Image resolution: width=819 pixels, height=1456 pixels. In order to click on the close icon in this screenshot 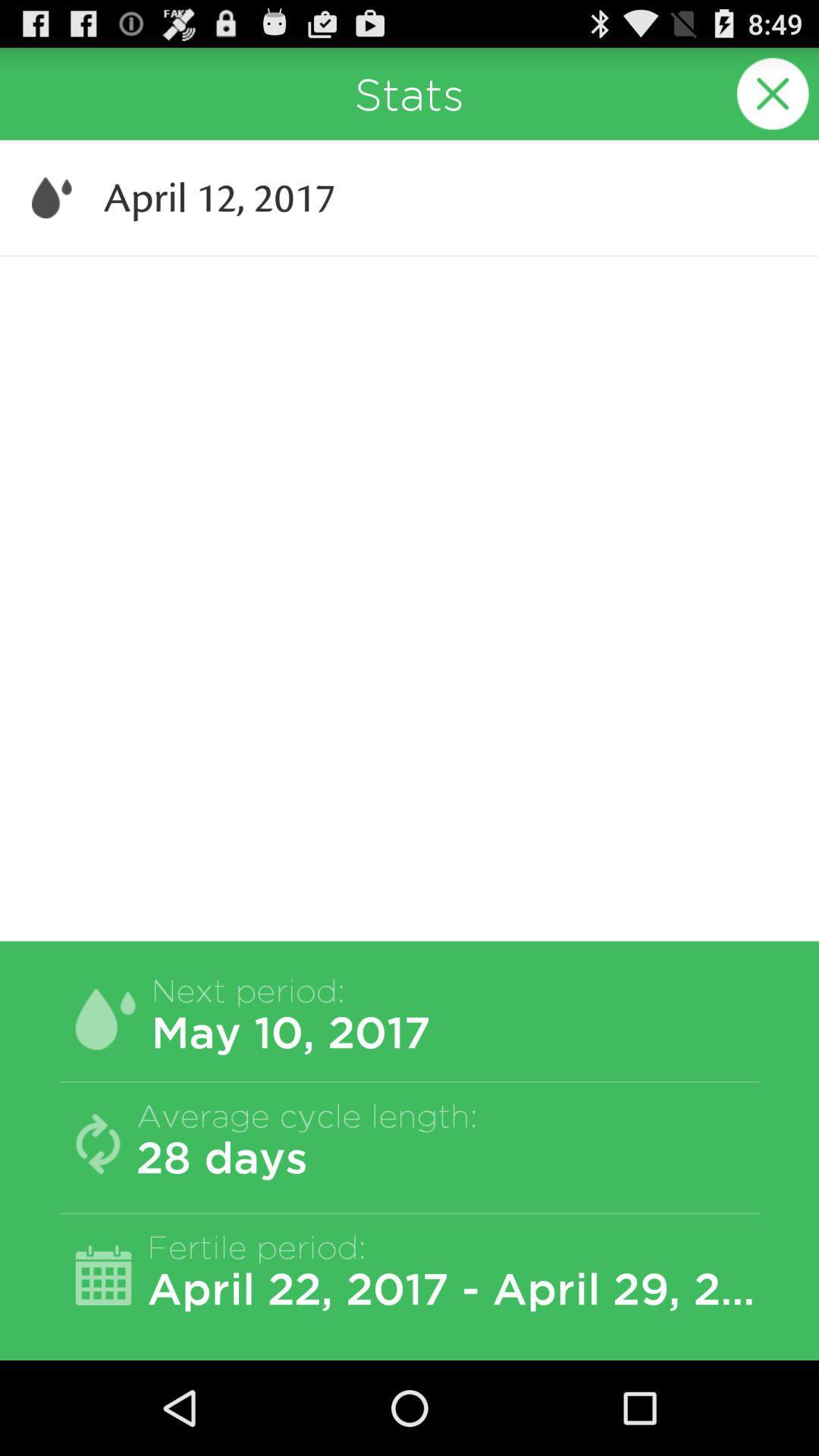, I will do `click(773, 99)`.